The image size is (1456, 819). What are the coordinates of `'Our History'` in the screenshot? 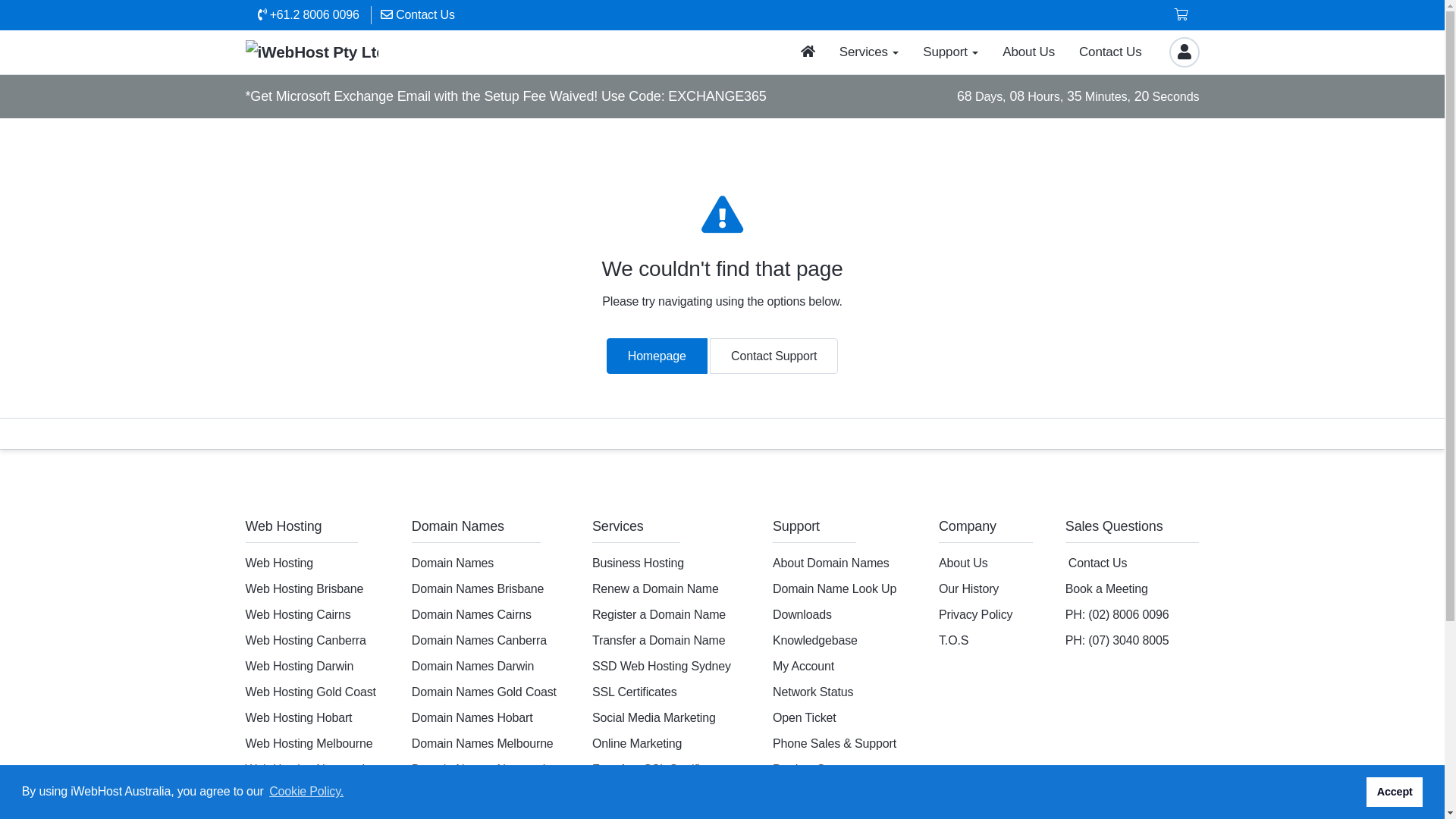 It's located at (968, 588).